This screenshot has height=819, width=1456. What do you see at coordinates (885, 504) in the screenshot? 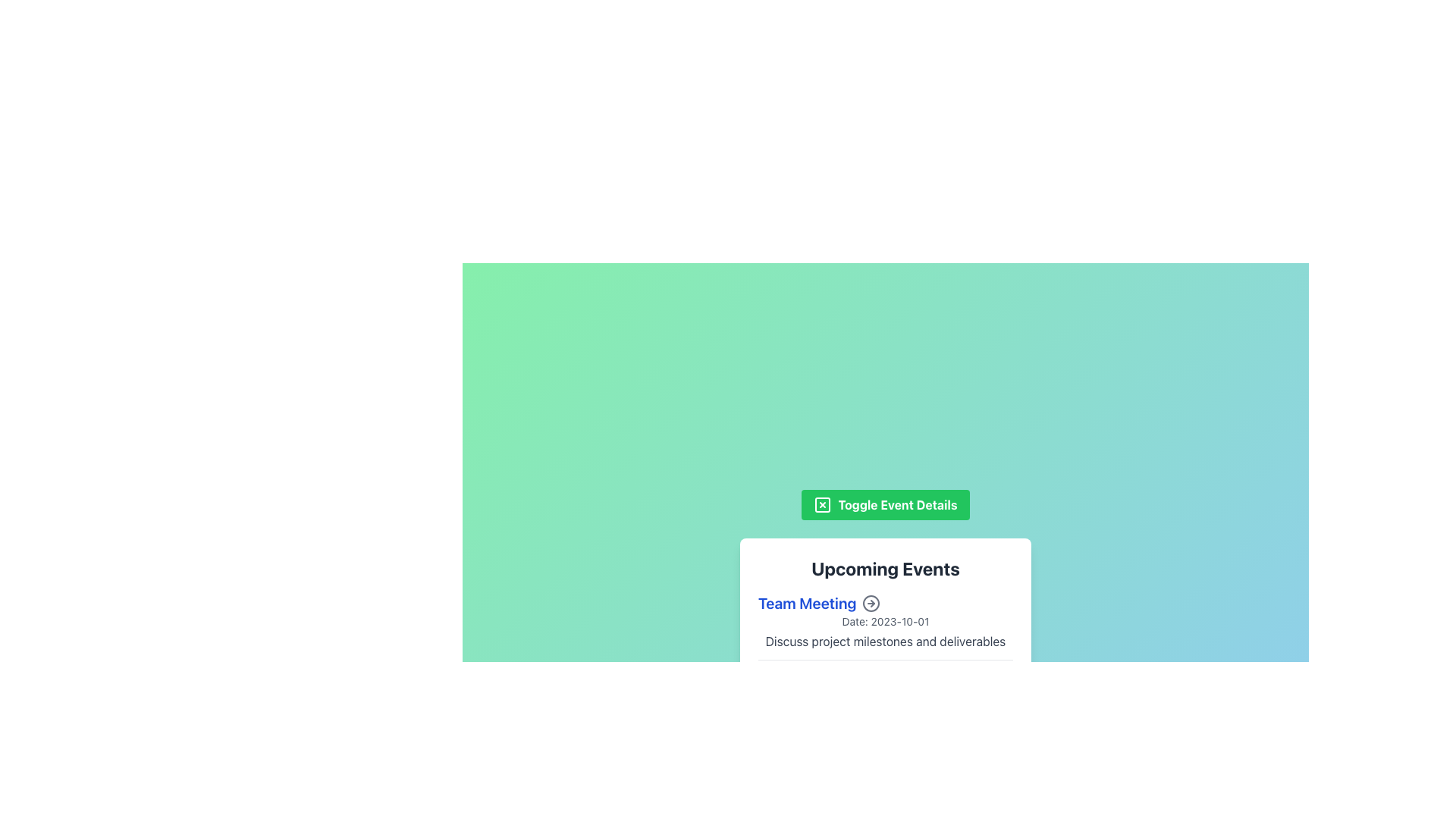
I see `the button located in the upper-central region of the interface` at bounding box center [885, 504].